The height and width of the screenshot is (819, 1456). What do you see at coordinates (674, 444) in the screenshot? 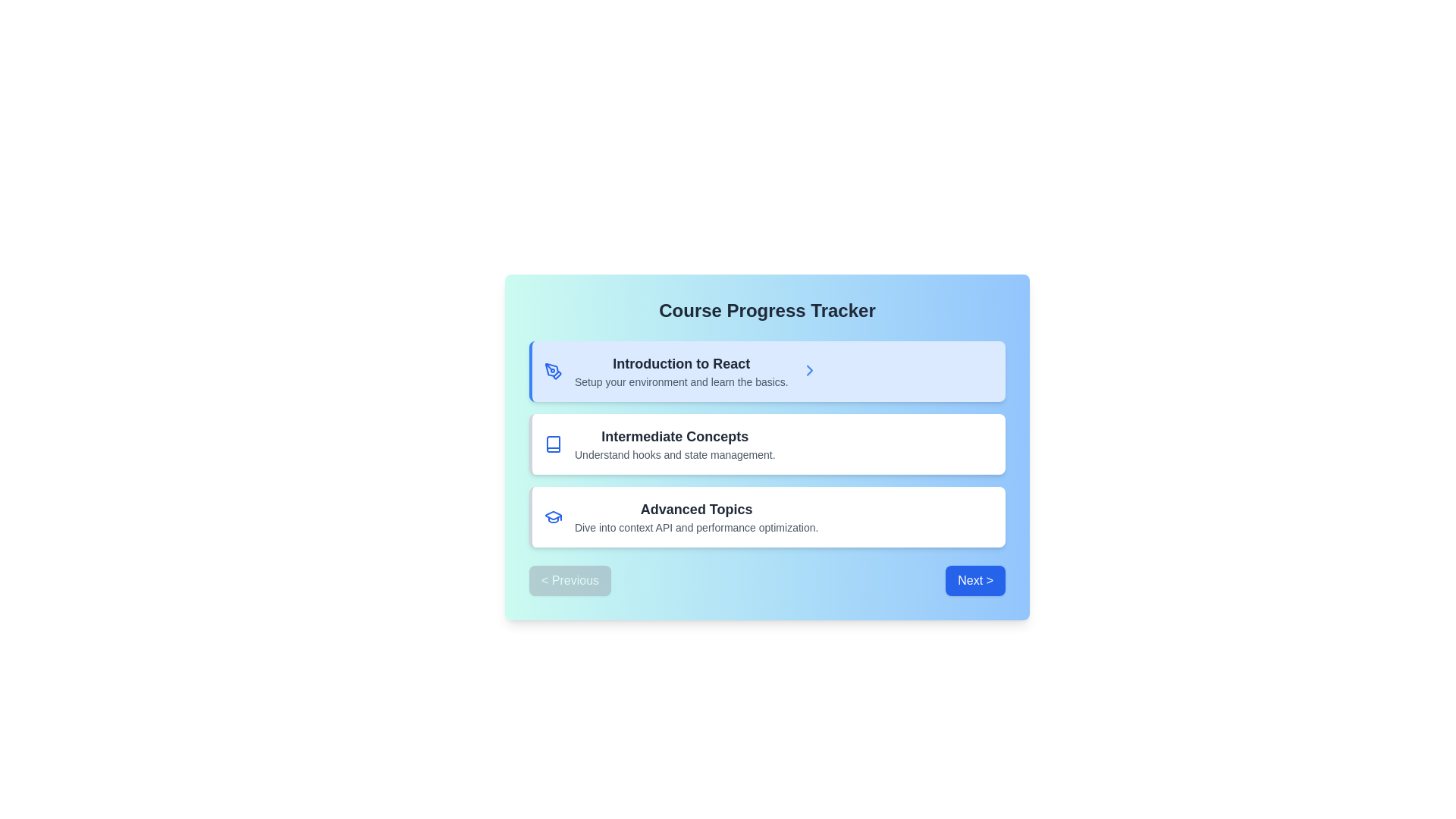
I see `the text block displaying 'Intermediate Concepts' with the subtitle 'Understand hooks and state management.'` at bounding box center [674, 444].